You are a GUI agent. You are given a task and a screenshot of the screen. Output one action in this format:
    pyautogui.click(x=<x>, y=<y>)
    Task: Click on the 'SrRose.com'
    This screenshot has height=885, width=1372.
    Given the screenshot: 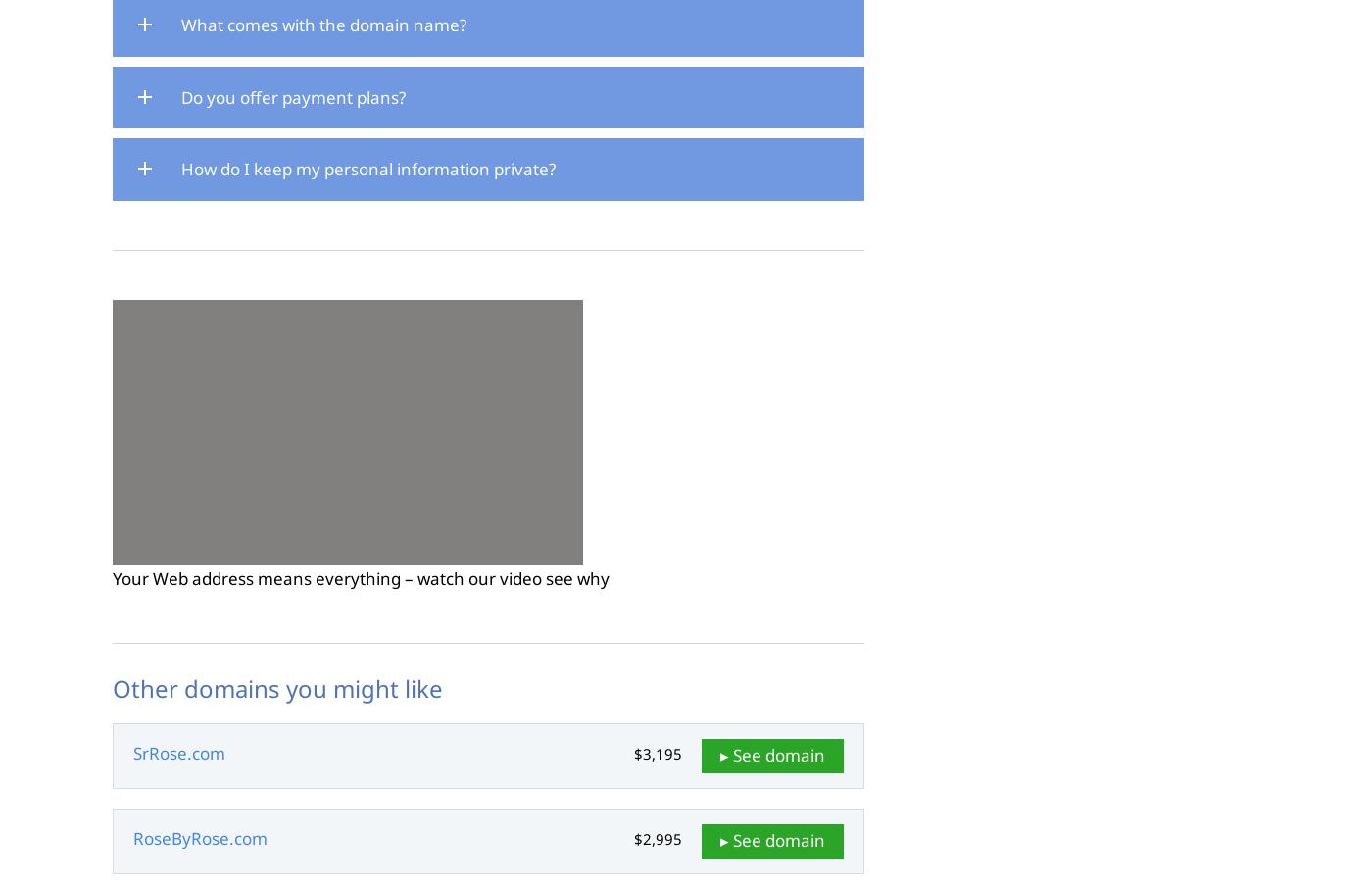 What is the action you would take?
    pyautogui.click(x=178, y=753)
    